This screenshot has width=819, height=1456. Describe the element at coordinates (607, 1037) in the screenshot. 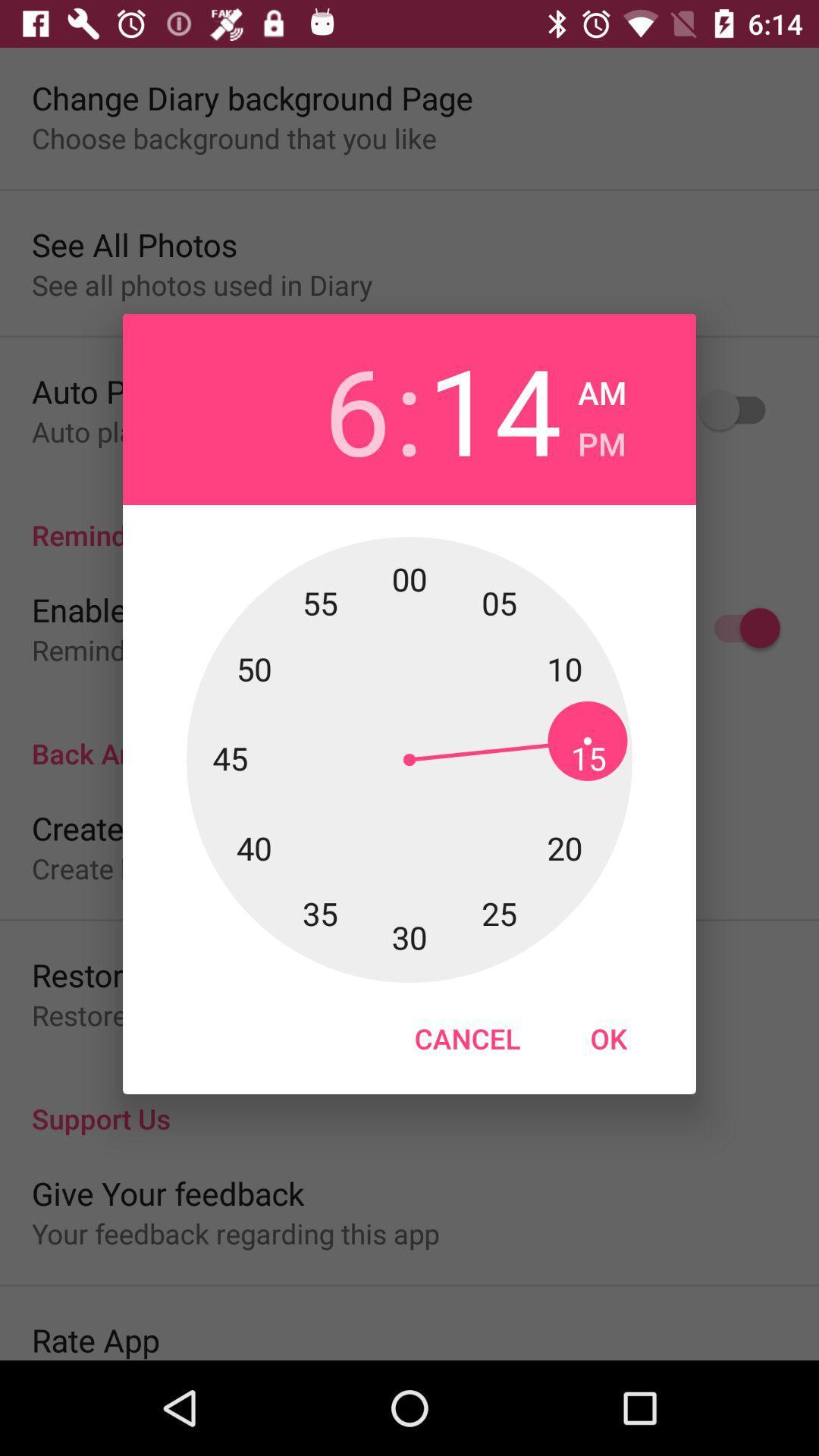

I see `icon to the right of the cancel item` at that location.